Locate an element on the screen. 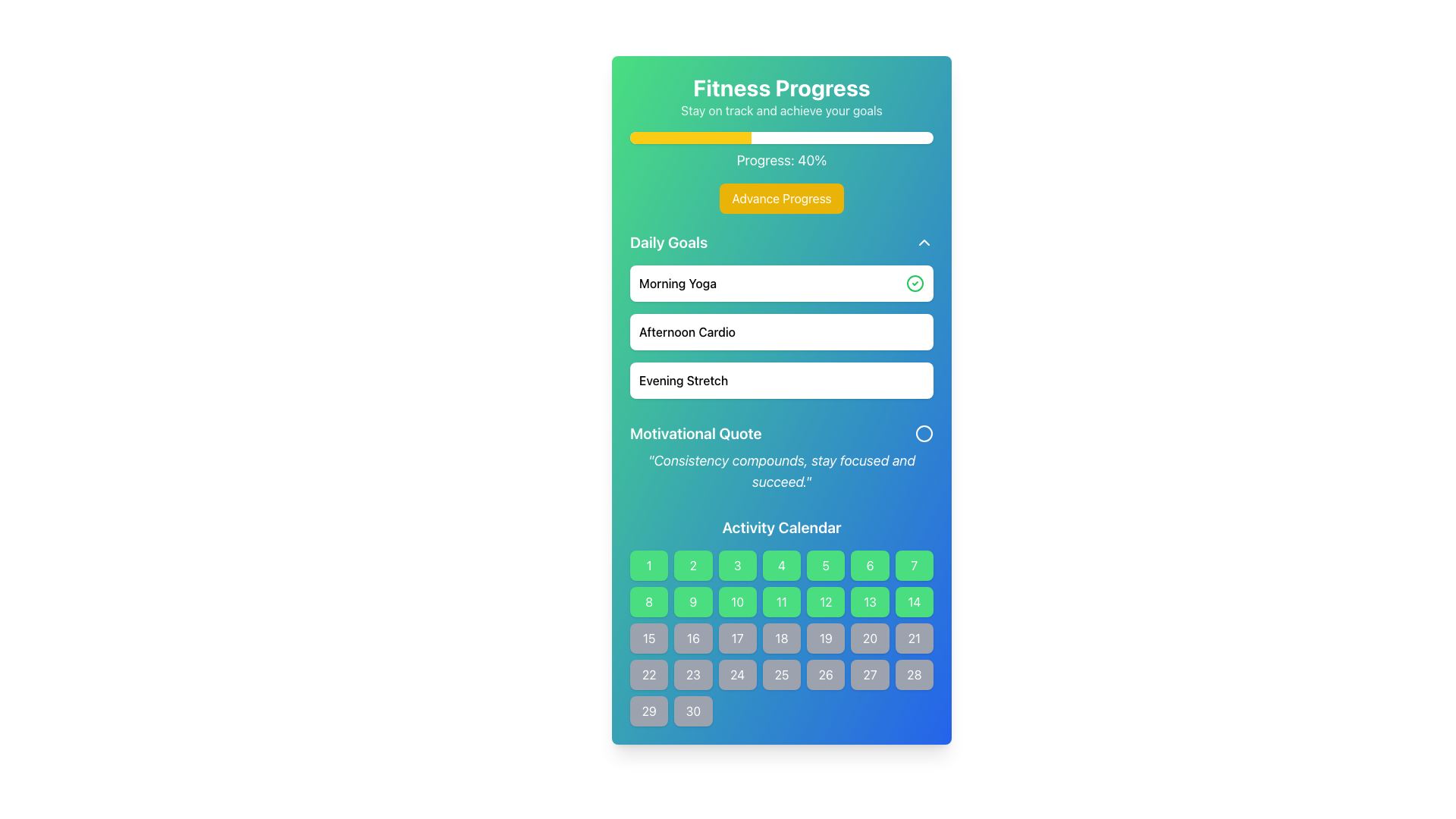 This screenshot has width=1456, height=819. the visual indicator for the day '27' in the 'Activity Calendar' grid, located in the bottom row and sixth column from the left is located at coordinates (870, 674).